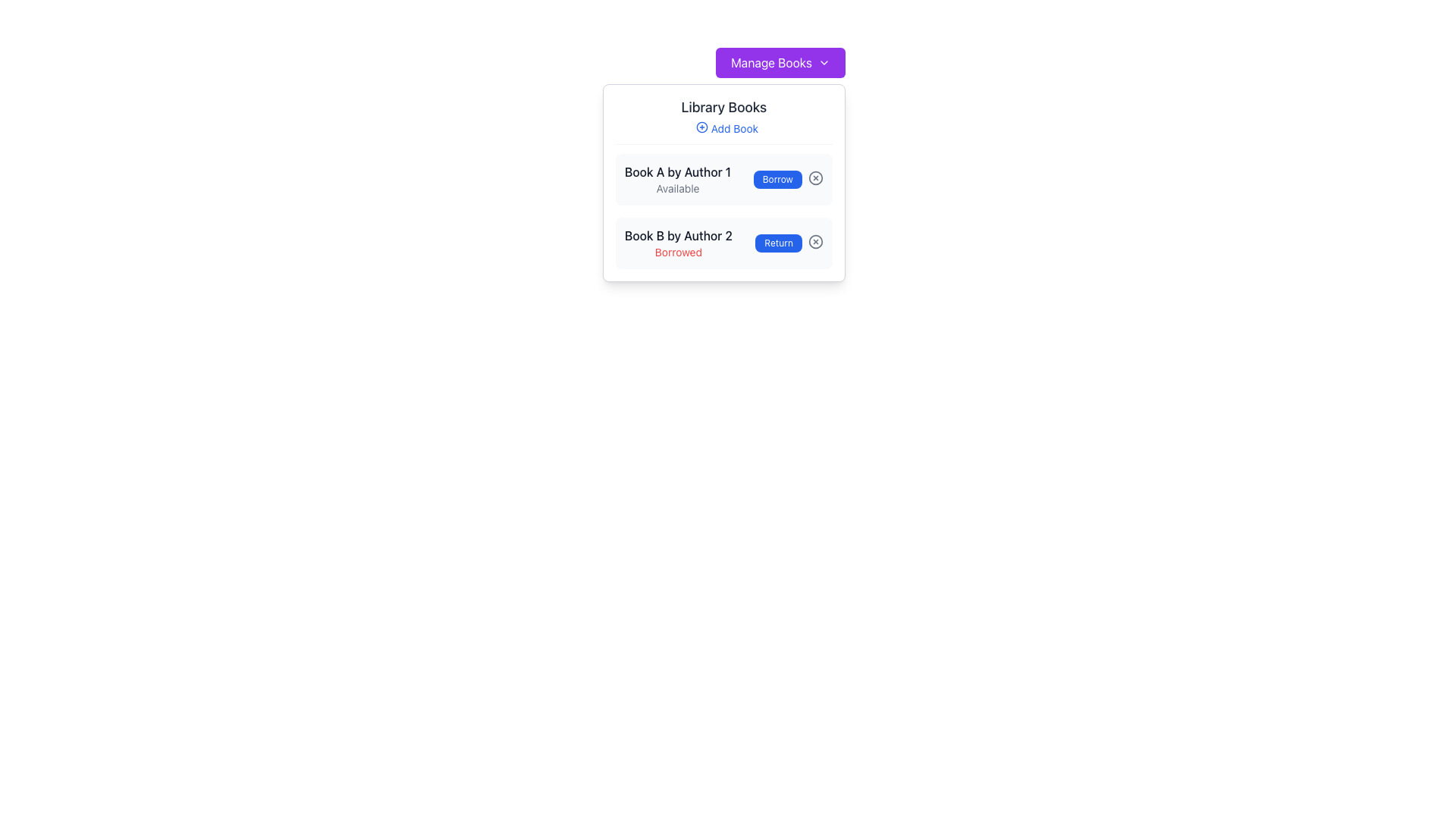 The width and height of the screenshot is (1456, 819). What do you see at coordinates (777, 178) in the screenshot?
I see `the 'Borrow' button, which is a small rectangular button with rounded corners located to the right of the 'Book A by Author 1' item in the 'Library Books' section, to initiate borrowing the book` at bounding box center [777, 178].